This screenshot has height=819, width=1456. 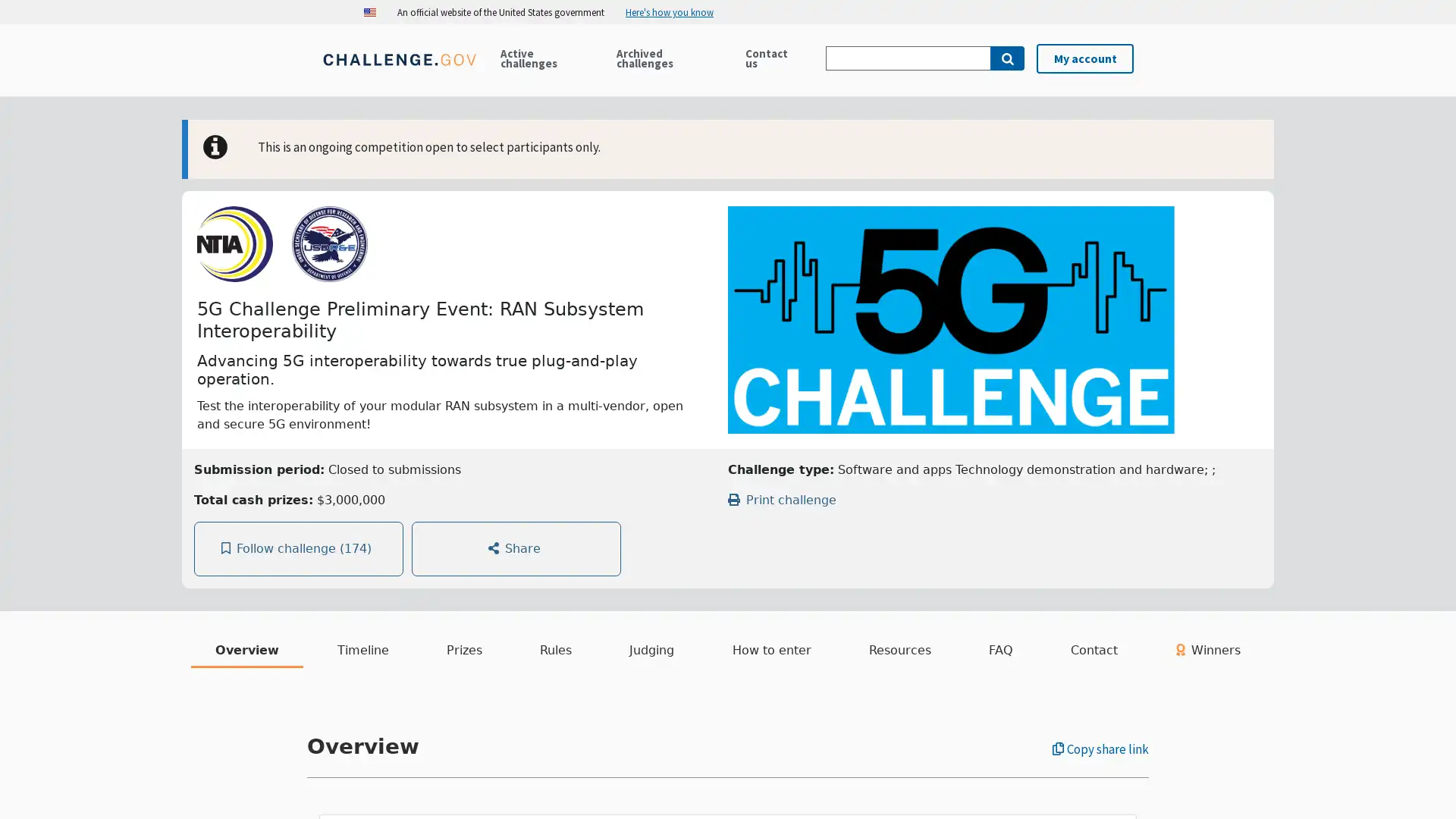 I want to click on Search, so click(x=1007, y=58).